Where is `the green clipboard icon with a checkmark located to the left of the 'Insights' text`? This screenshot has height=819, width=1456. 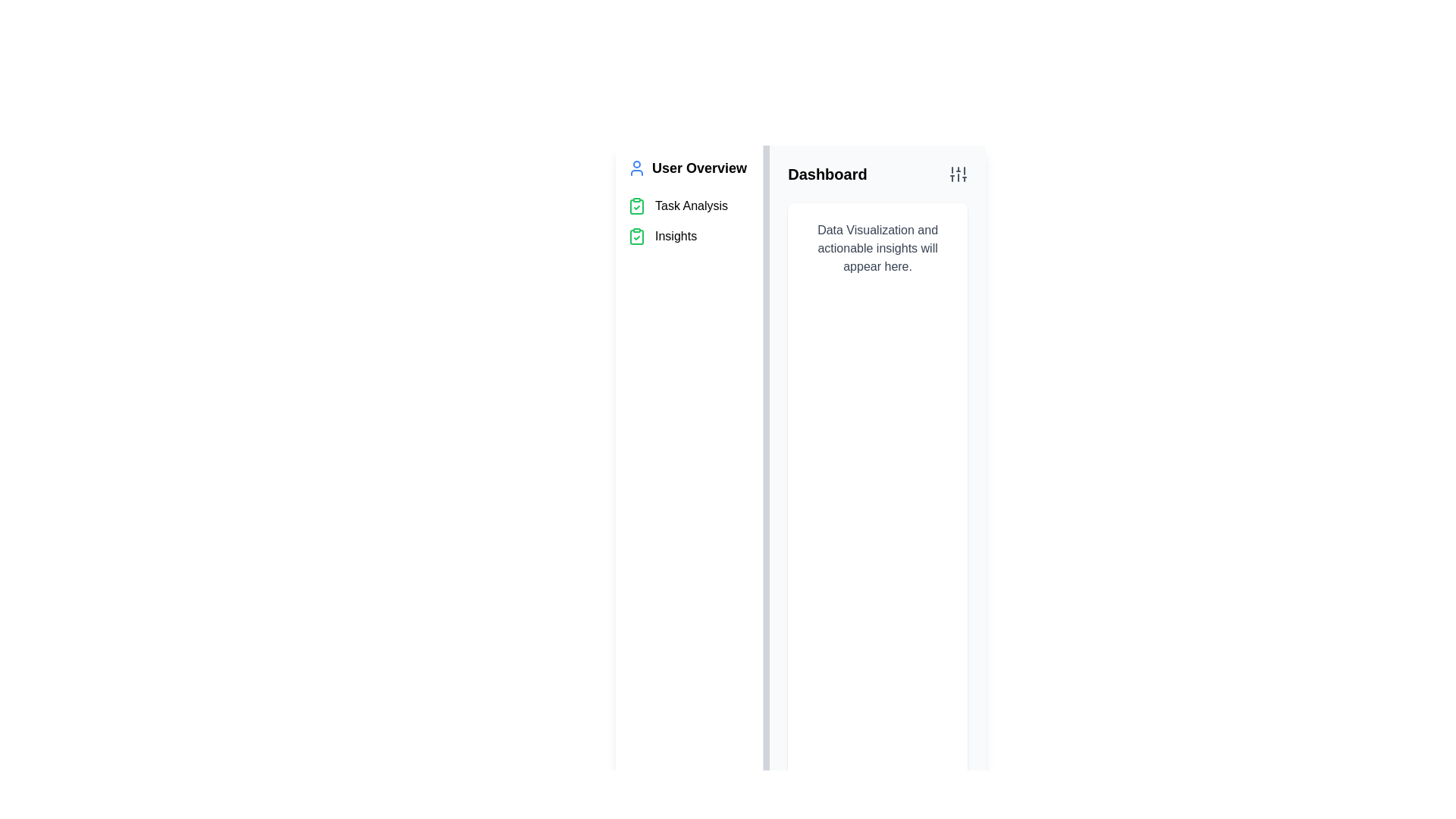
the green clipboard icon with a checkmark located to the left of the 'Insights' text is located at coordinates (637, 206).